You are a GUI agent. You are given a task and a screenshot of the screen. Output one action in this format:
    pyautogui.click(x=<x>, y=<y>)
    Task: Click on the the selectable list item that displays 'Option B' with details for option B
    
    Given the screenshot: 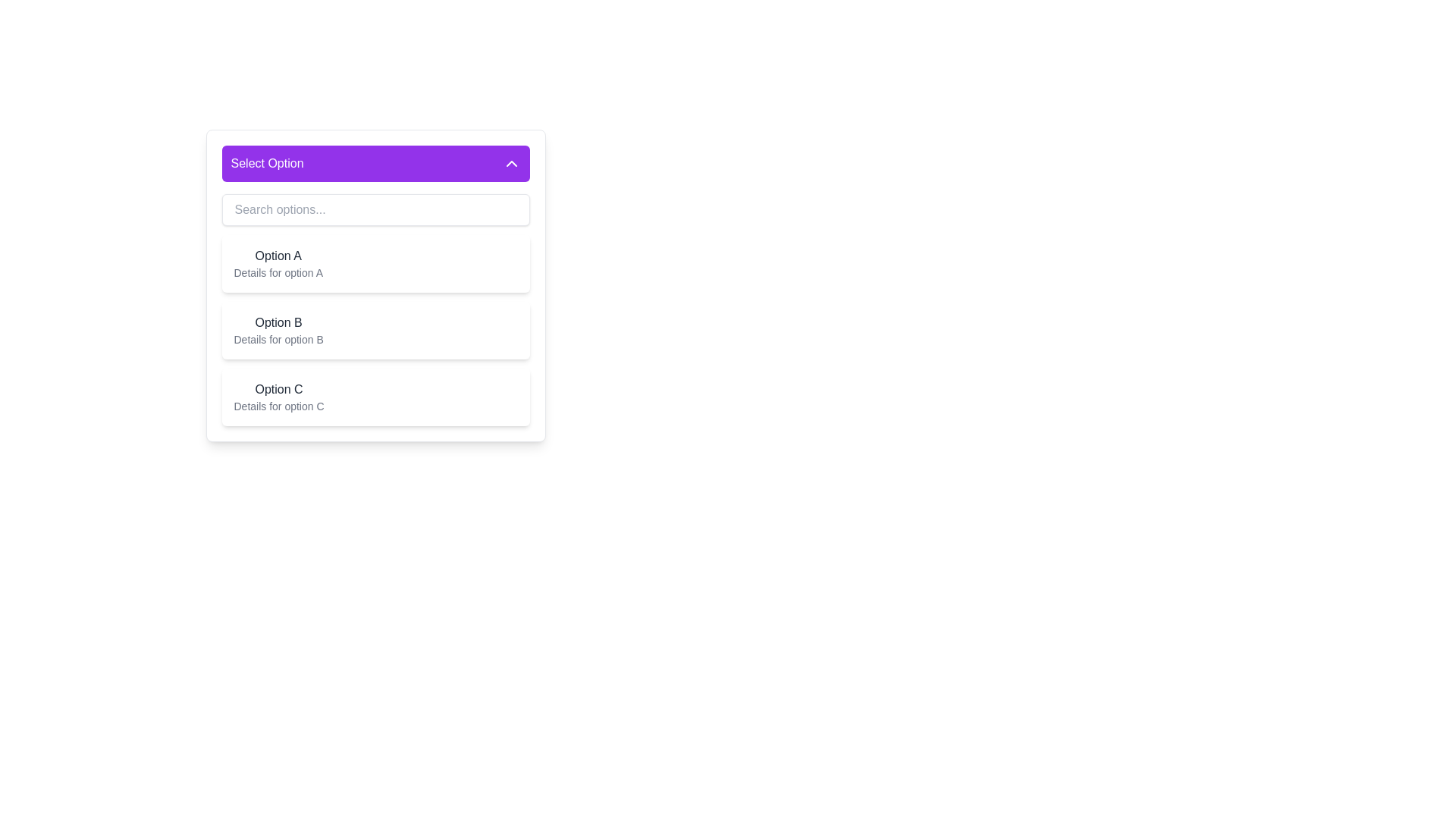 What is the action you would take?
    pyautogui.click(x=278, y=329)
    